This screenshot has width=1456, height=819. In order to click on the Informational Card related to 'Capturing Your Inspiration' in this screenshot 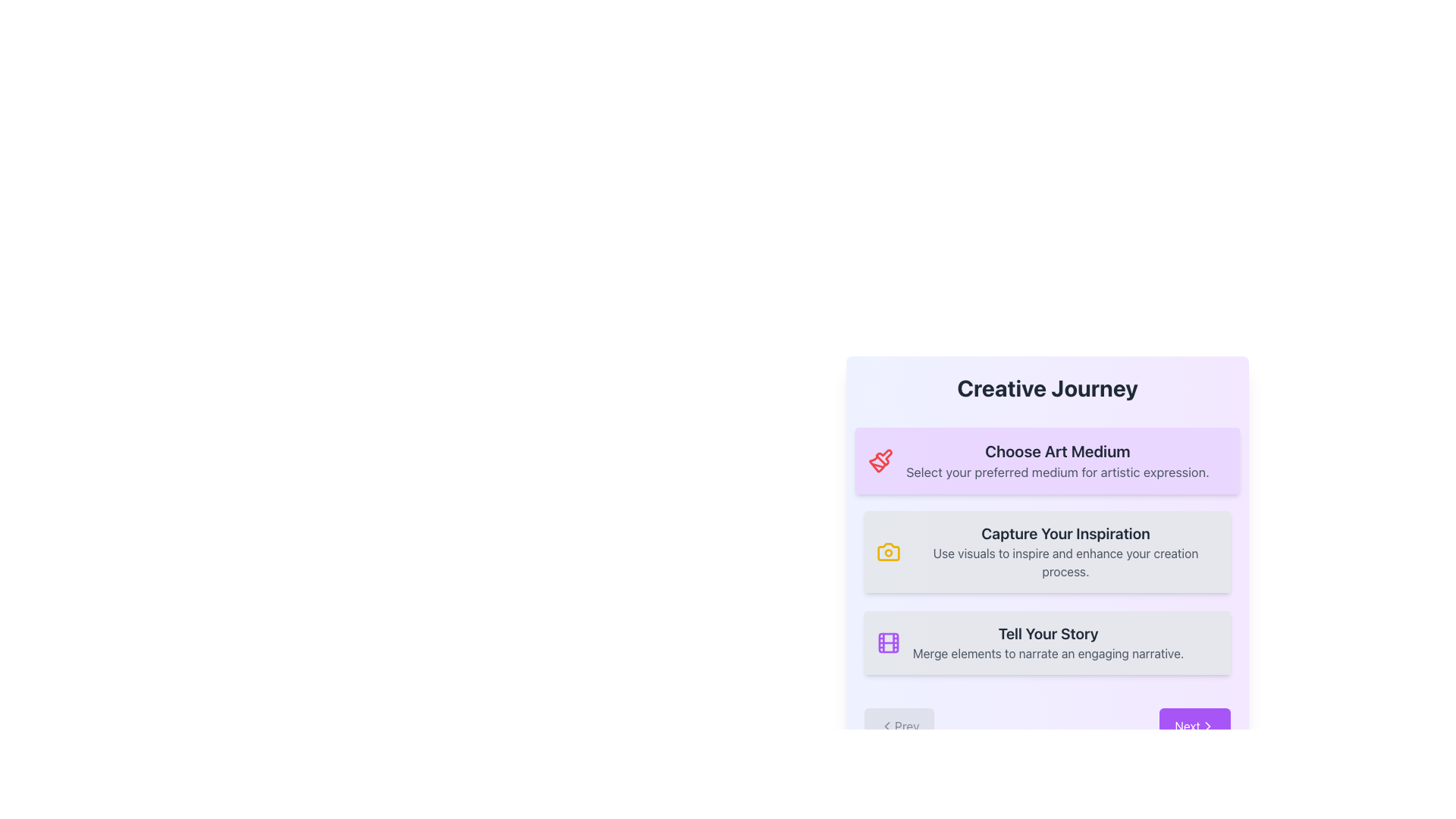, I will do `click(1065, 552)`.